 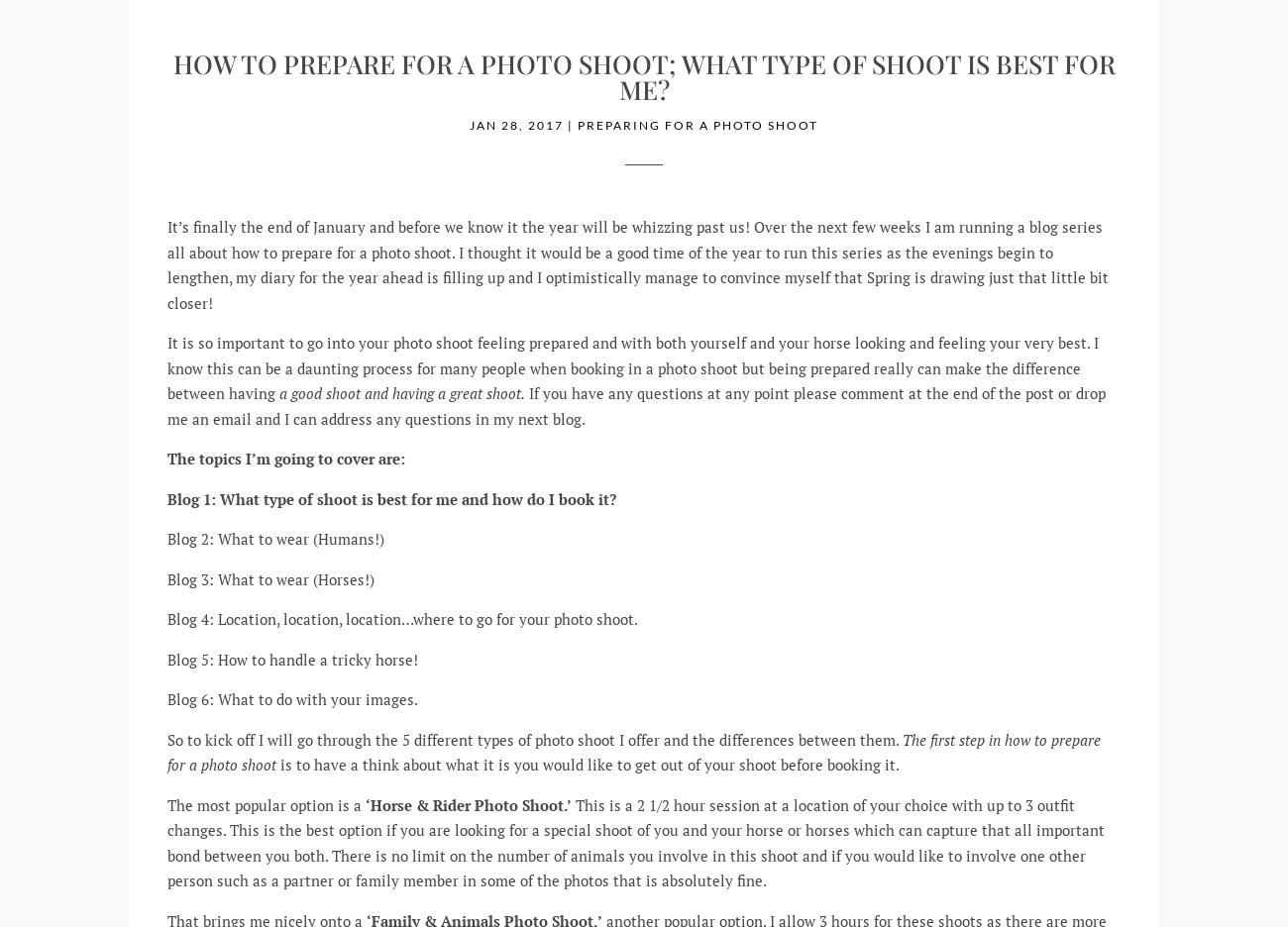 I want to click on '‘Horse & Rider Photo Shoot.’', so click(x=364, y=802).